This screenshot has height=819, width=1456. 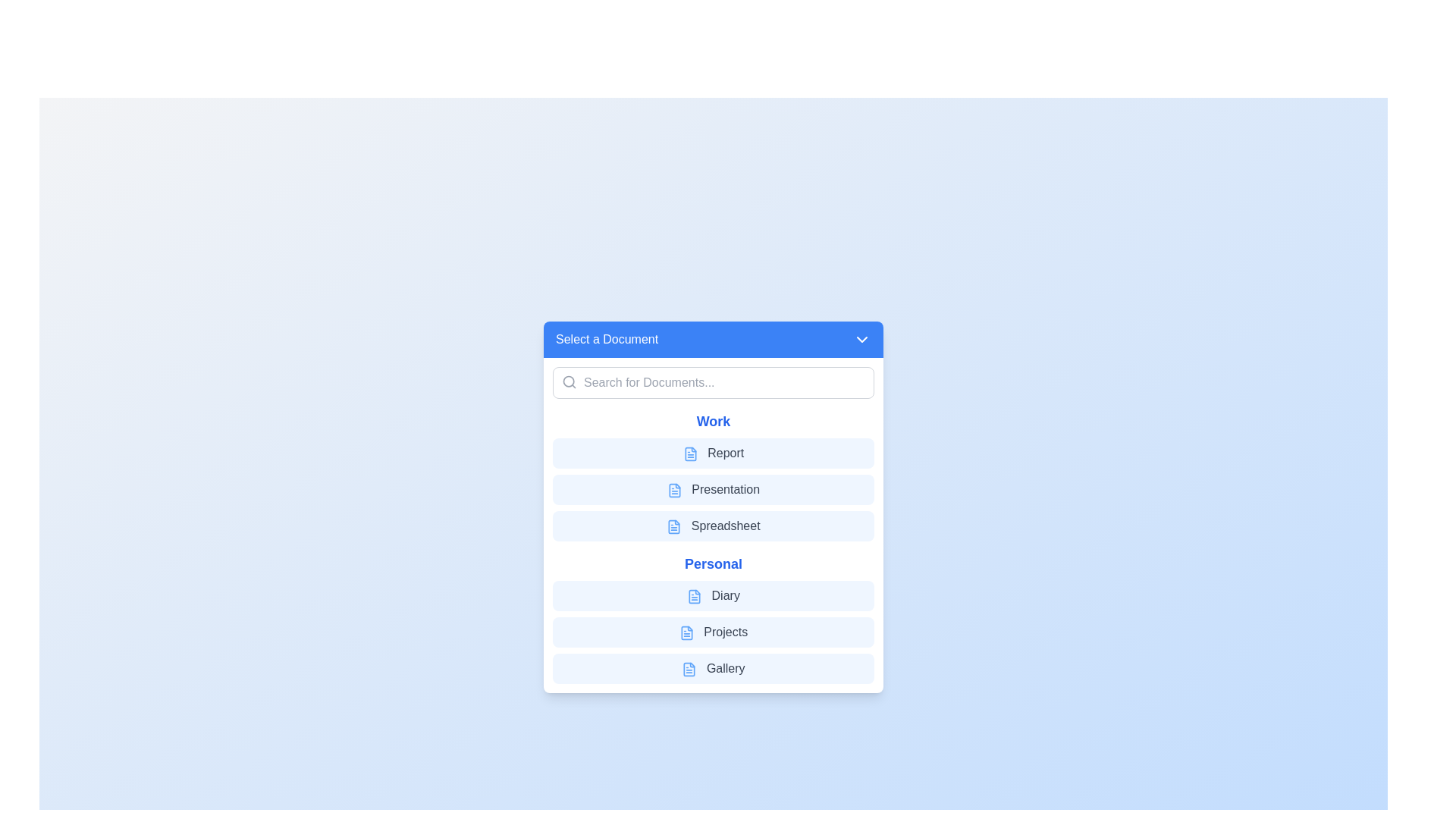 I want to click on the downward-pointing chevron icon on the far right of the 'Select a Document' header, so click(x=862, y=338).